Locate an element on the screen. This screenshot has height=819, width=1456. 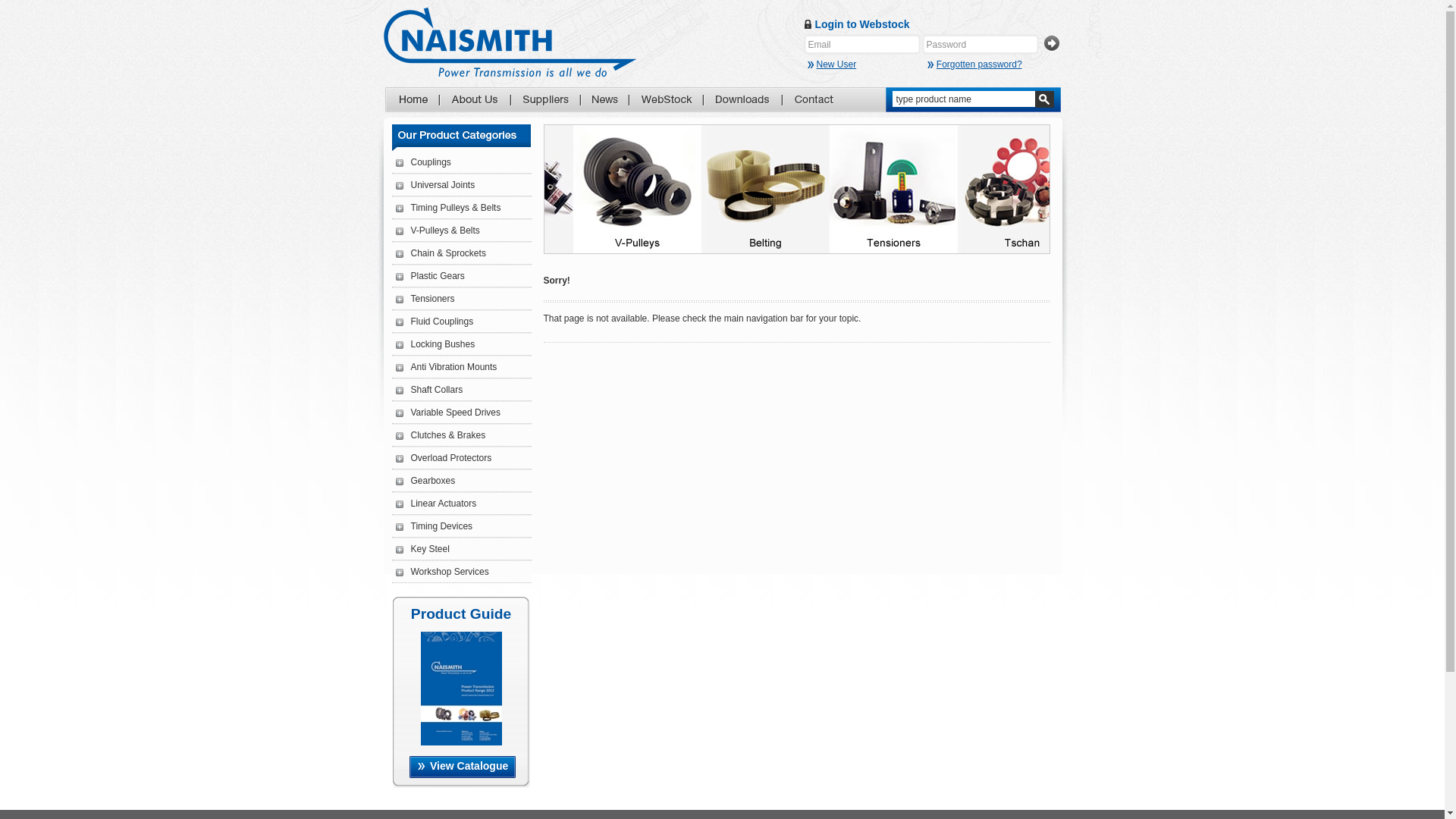
'Downloads' is located at coordinates (742, 99).